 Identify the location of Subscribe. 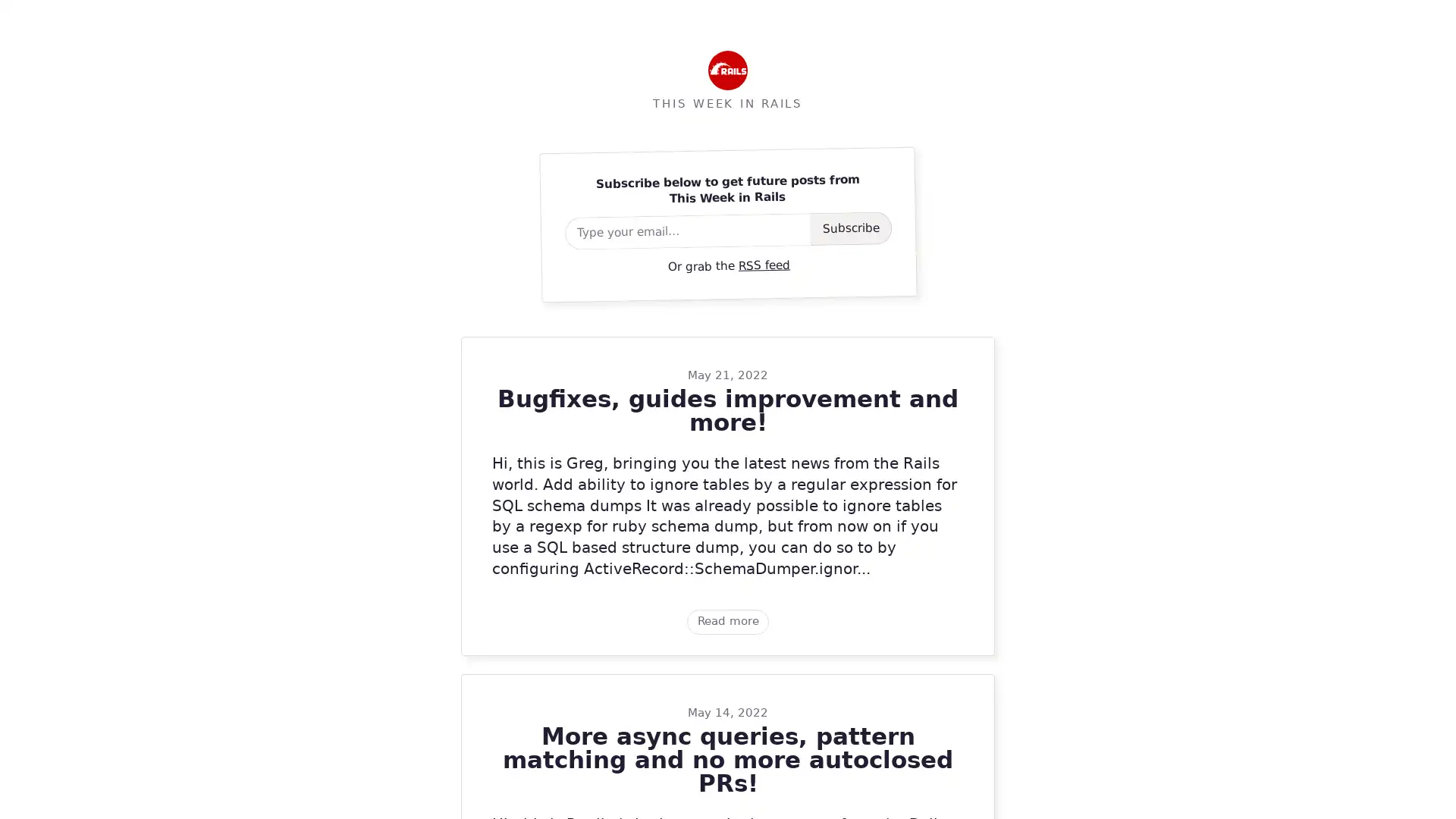
(850, 227).